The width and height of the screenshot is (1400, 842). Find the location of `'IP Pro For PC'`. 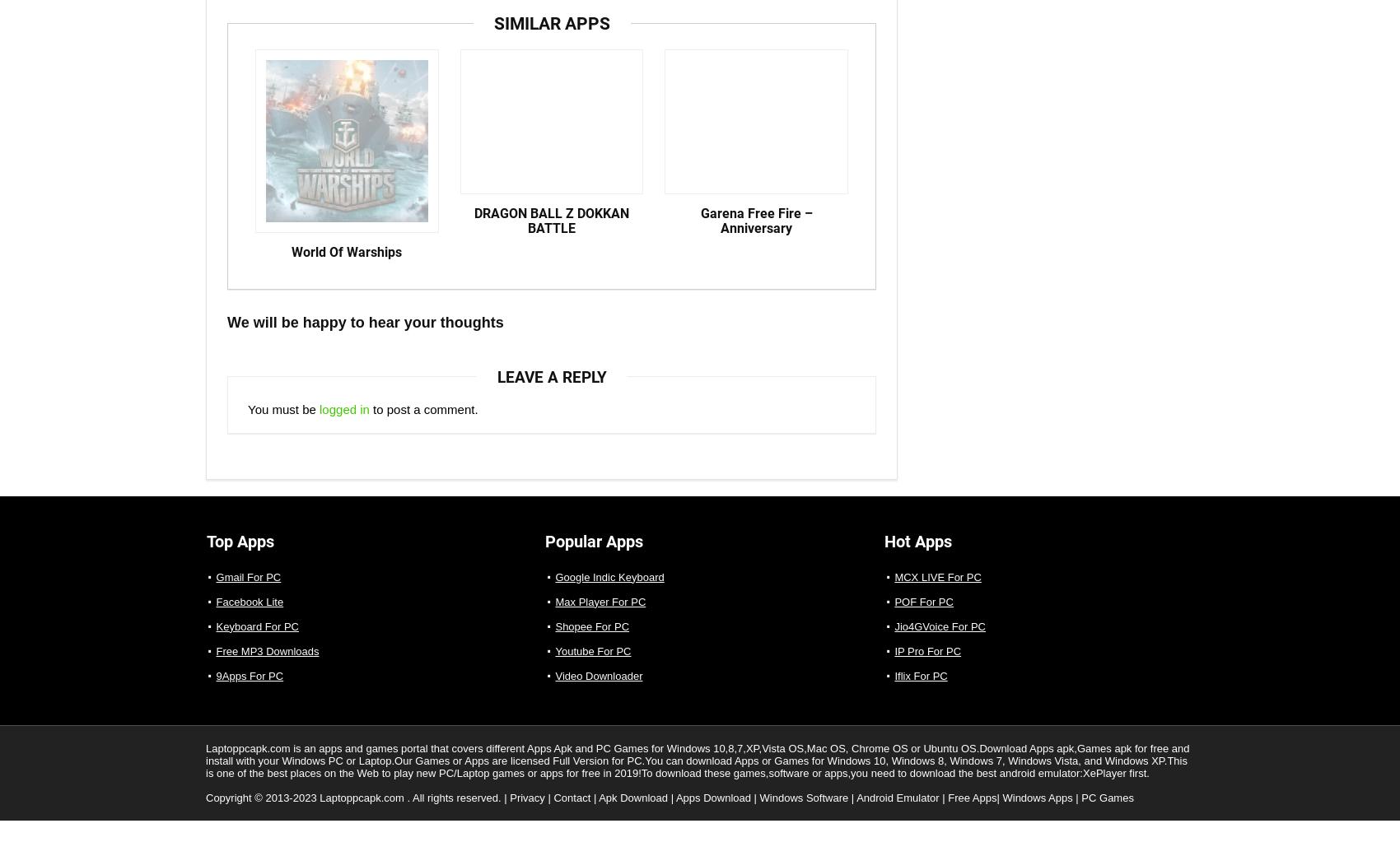

'IP Pro For PC' is located at coordinates (894, 665).